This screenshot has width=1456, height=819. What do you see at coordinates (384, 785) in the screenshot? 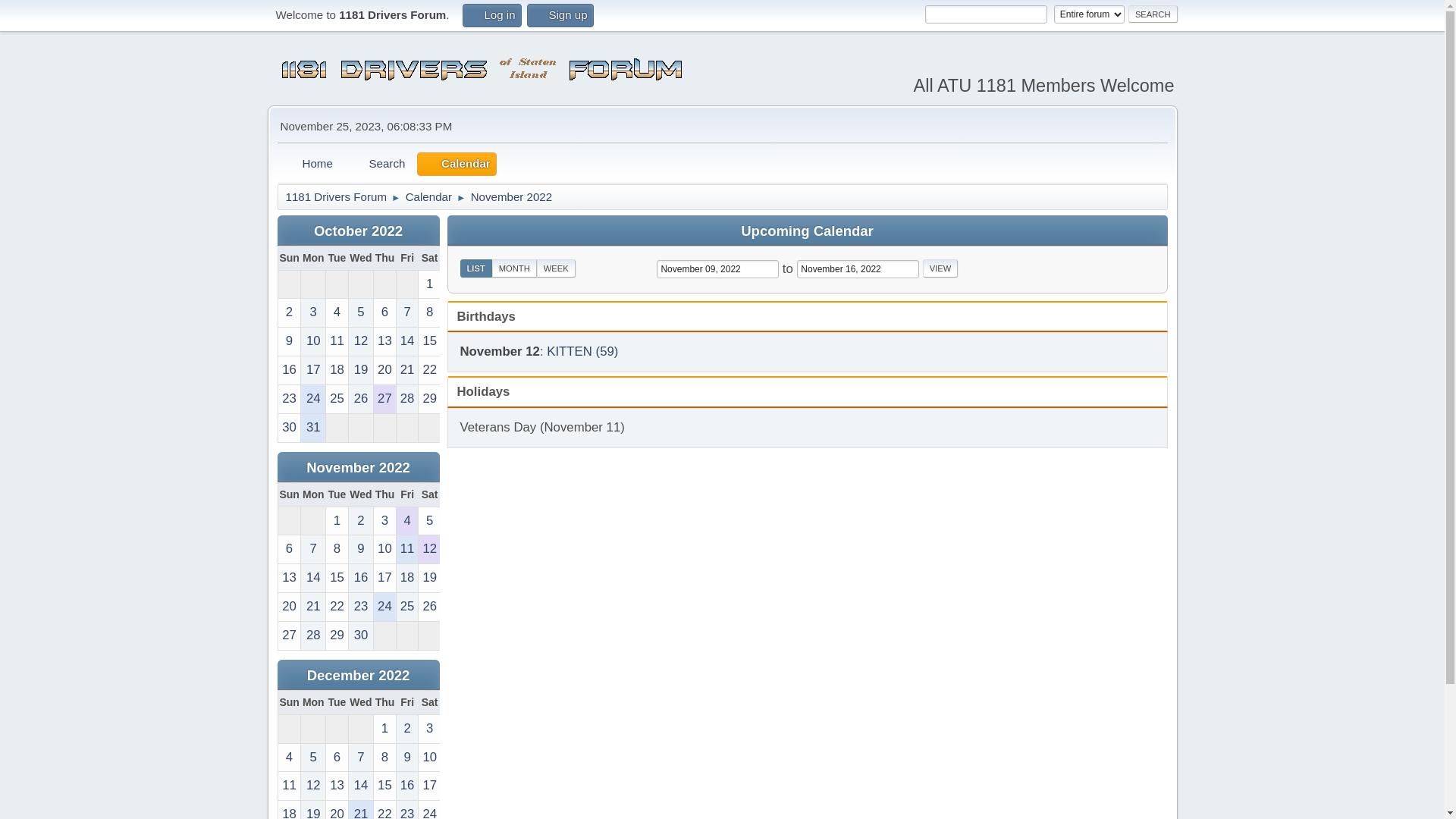
I see `'15'` at bounding box center [384, 785].